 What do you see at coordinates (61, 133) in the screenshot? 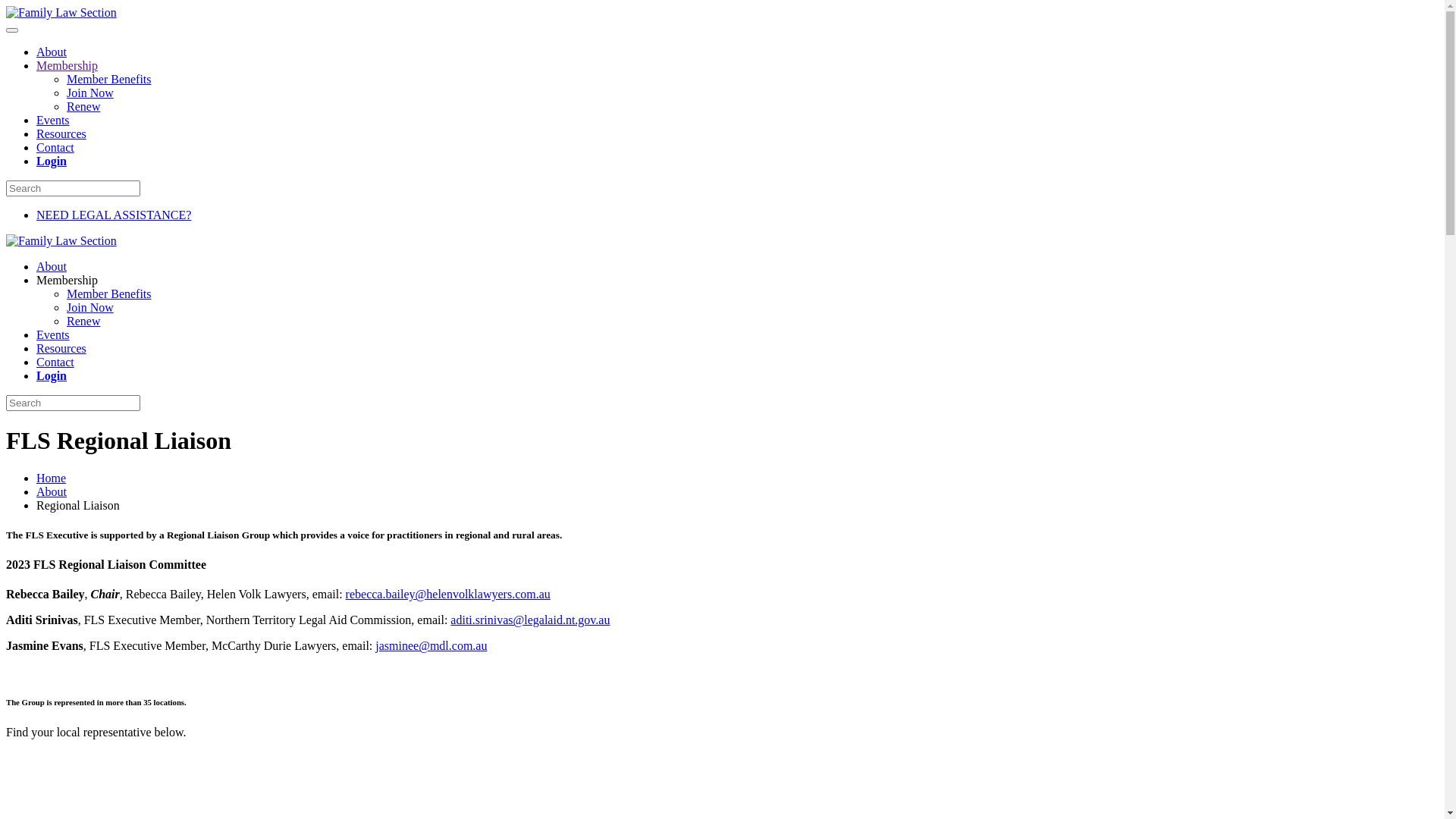
I see `'Resources'` at bounding box center [61, 133].